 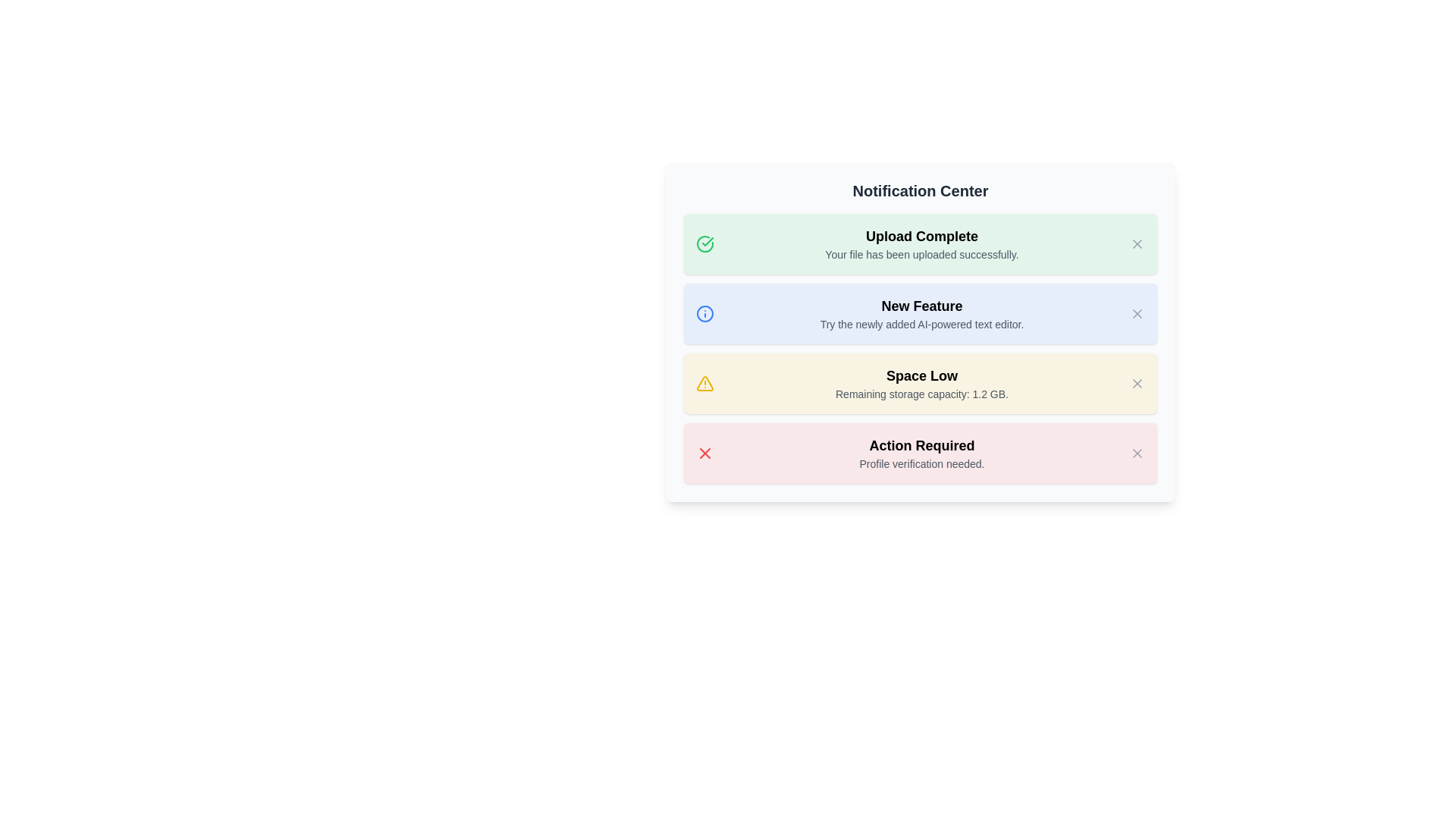 What do you see at coordinates (921, 394) in the screenshot?
I see `the informational text displaying 'Remaining storage capacity: 1.2 GB.' located within the yellow-highlighted 'Space Low' notification block` at bounding box center [921, 394].